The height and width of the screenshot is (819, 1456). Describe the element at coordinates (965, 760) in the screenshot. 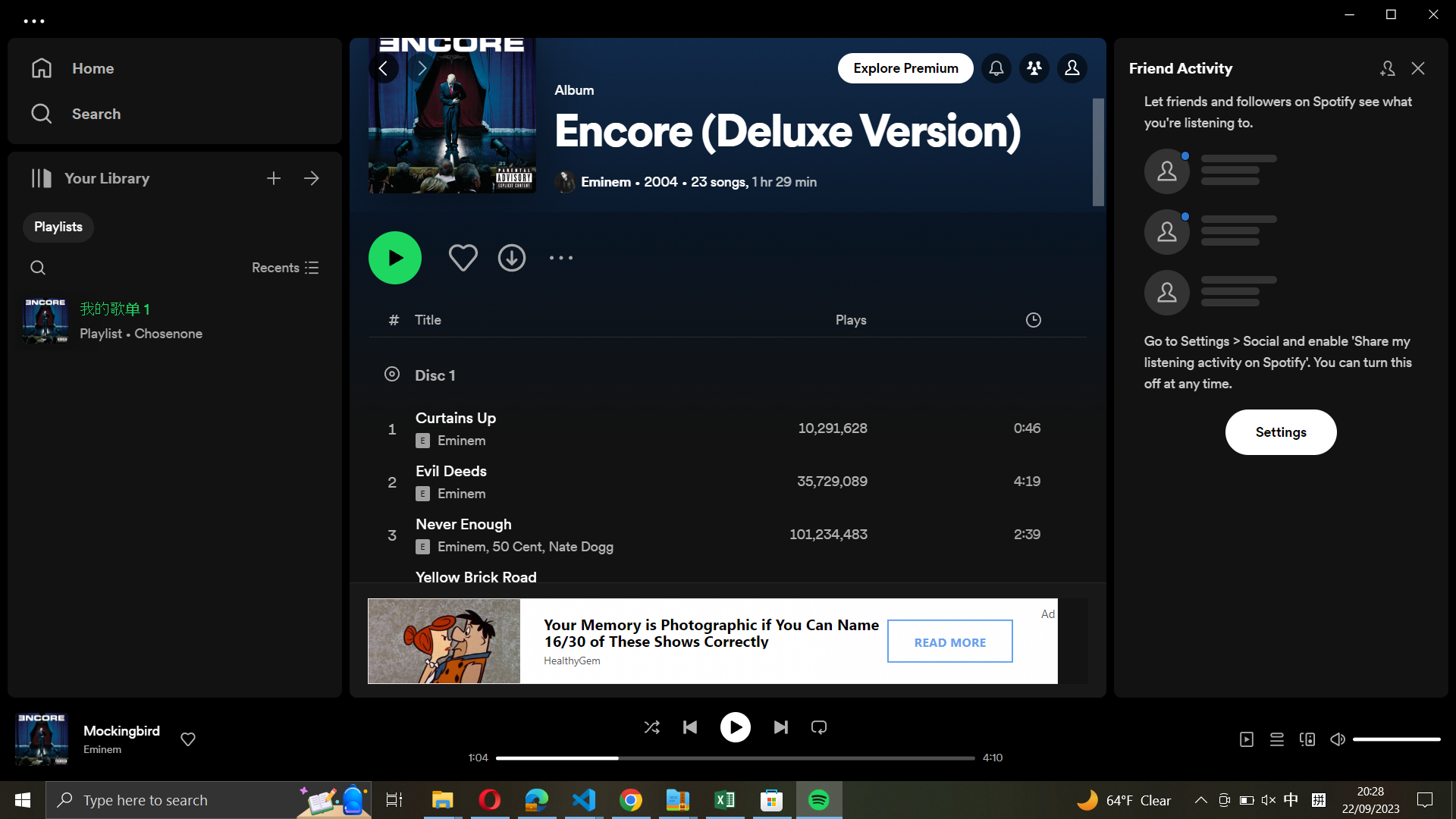

I see `Advance to the closing part of the playing song` at that location.